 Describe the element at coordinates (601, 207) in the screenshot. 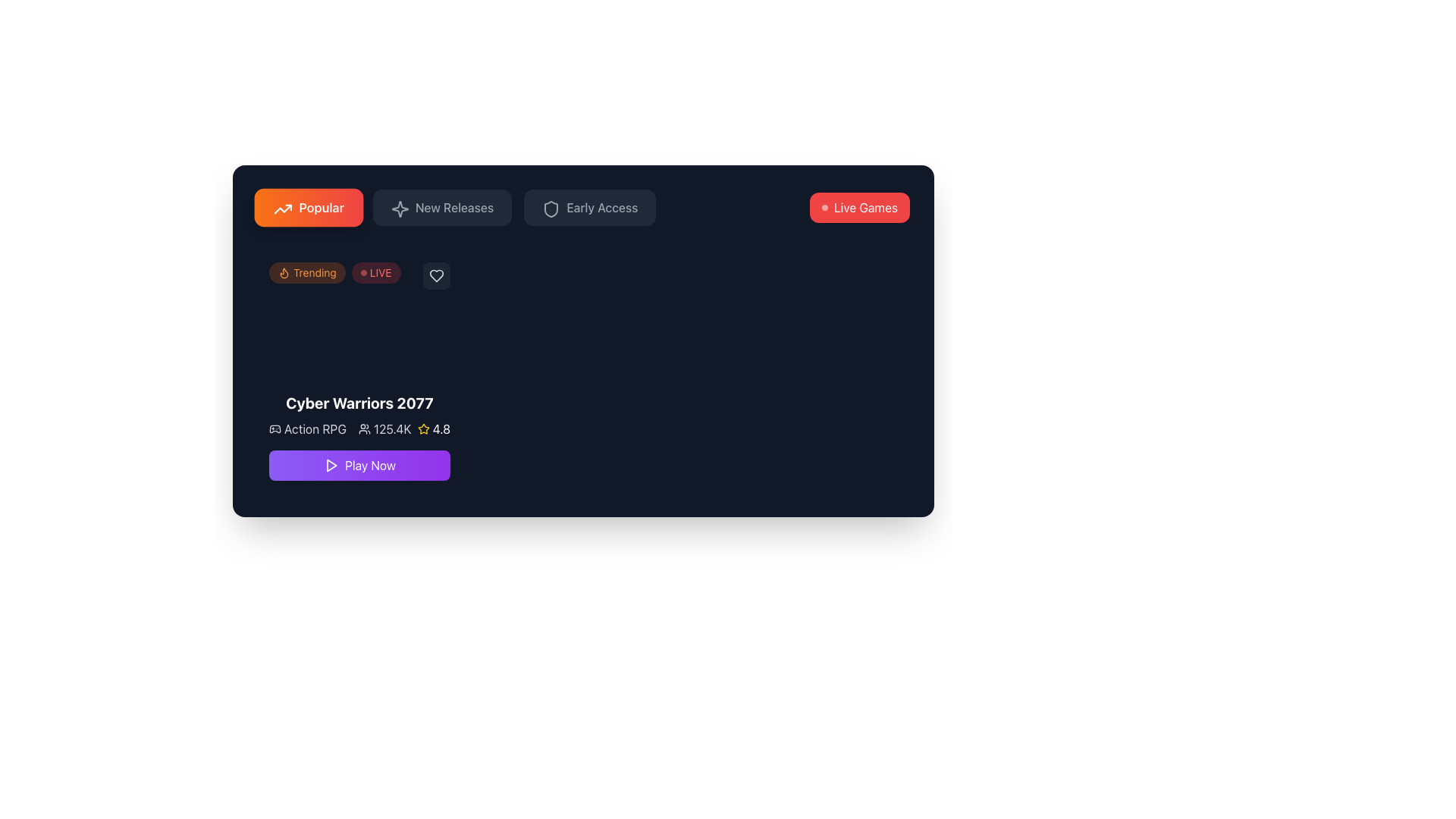

I see `the 'Early Access' button, which is displayed in light grey on a dark background and is part of a horizontal toolbar, positioned between 'New Releases' and 'Live Games'` at that location.